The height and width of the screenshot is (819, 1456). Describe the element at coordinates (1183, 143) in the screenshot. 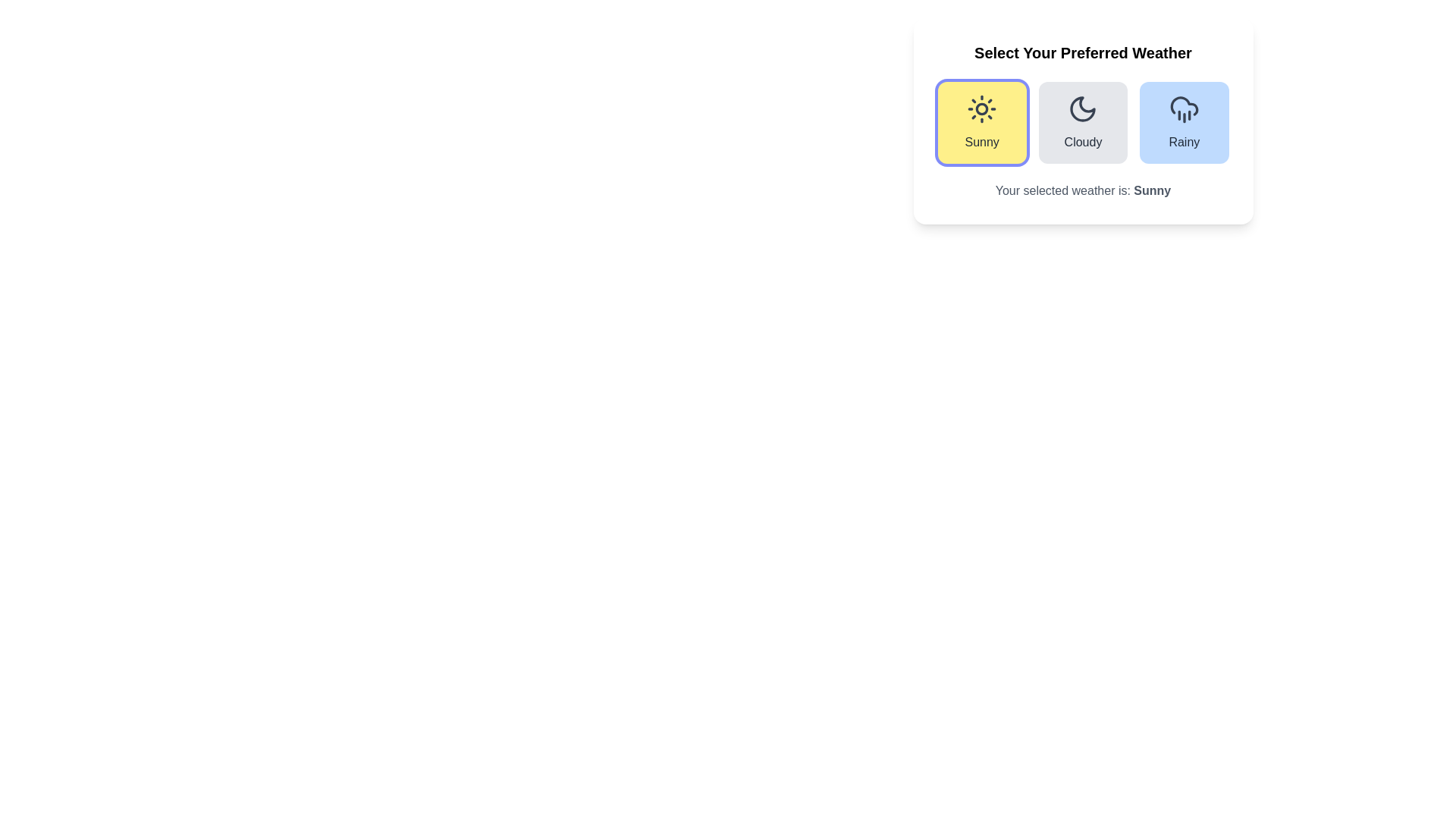

I see `the text label displaying 'Rainy', which is styled with medium font weight in gray, located below a cloud and rain icon within a blue background area` at that location.